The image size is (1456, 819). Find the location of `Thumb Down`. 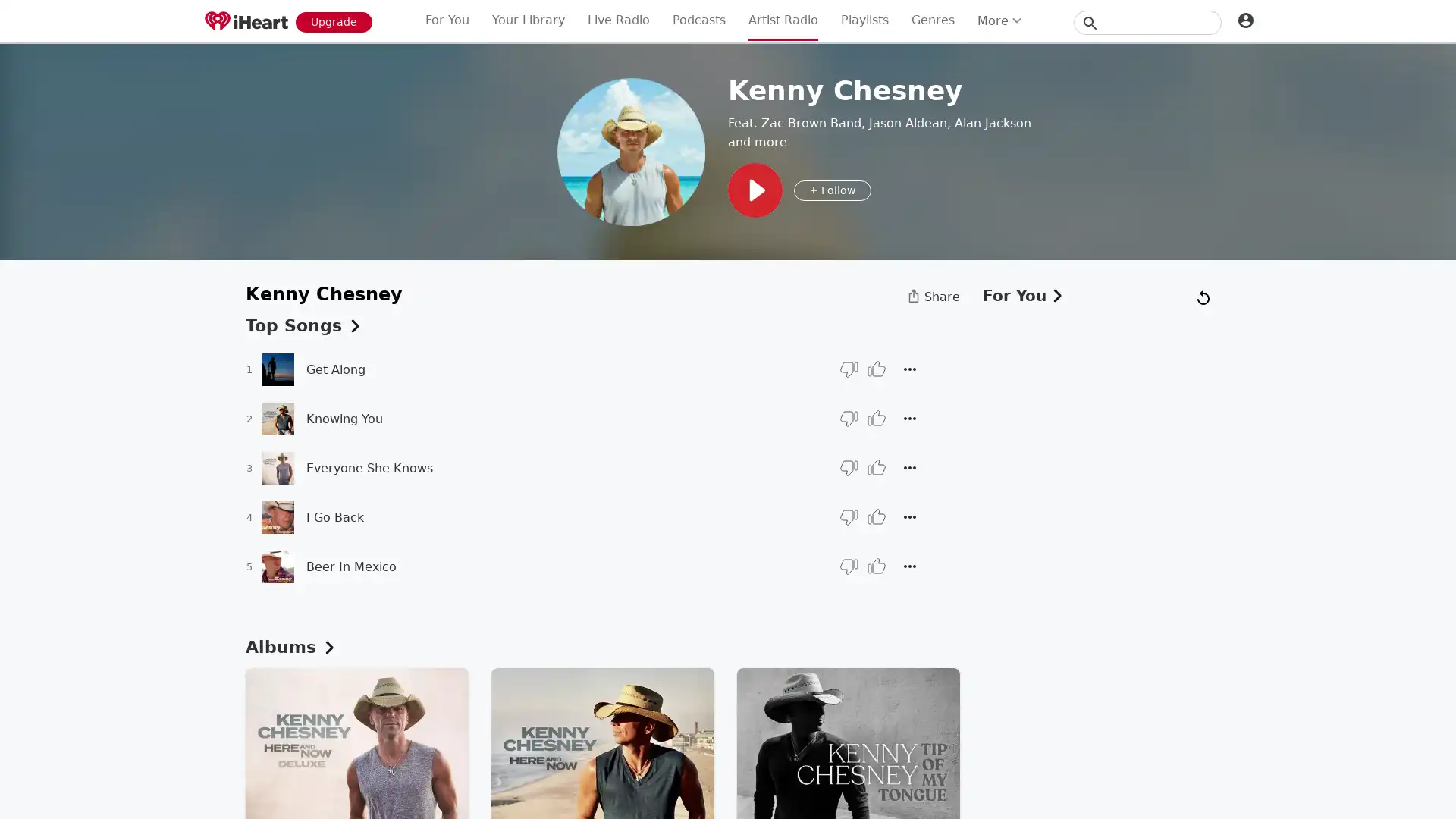

Thumb Down is located at coordinates (848, 418).